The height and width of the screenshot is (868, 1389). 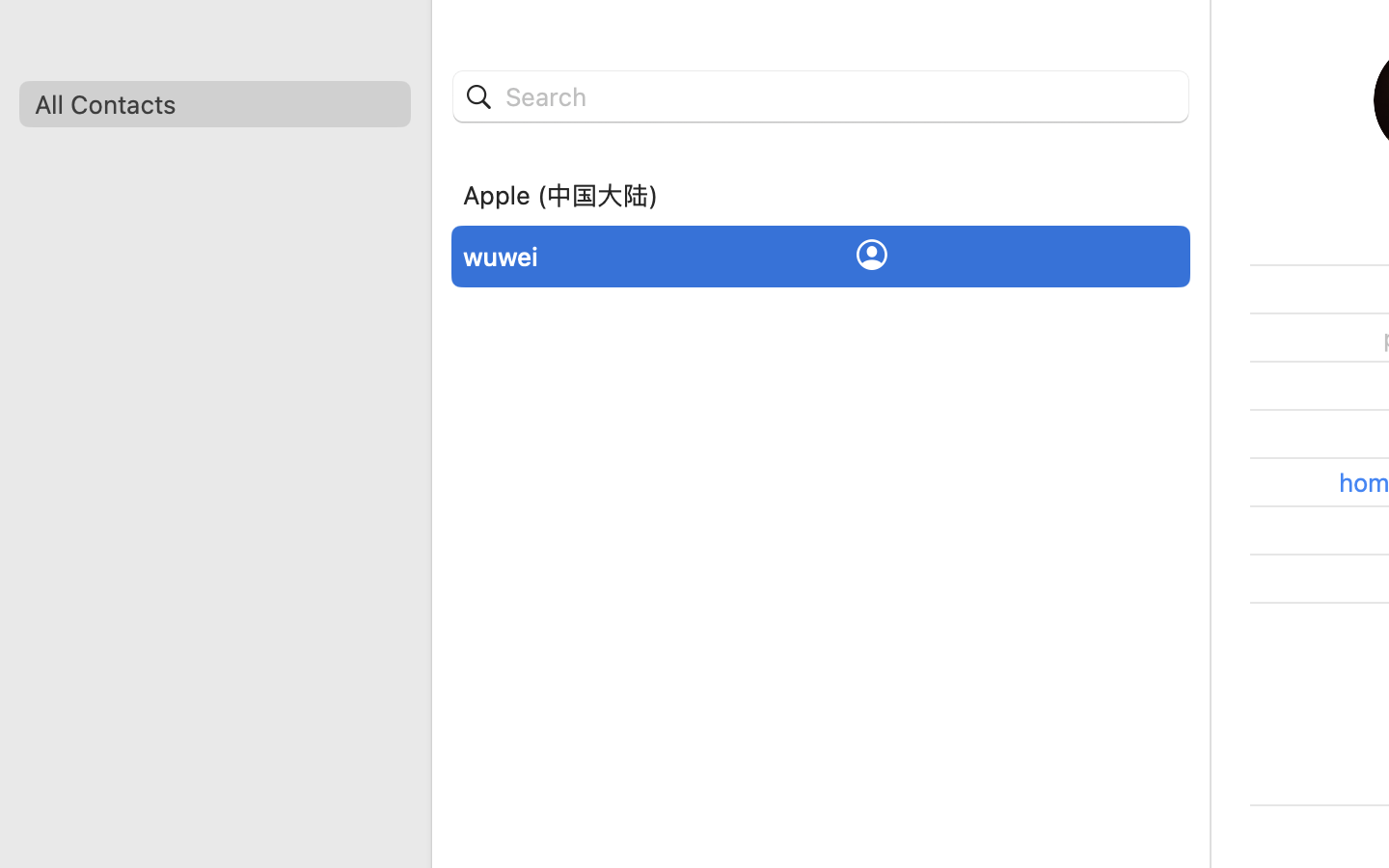 What do you see at coordinates (215, 103) in the screenshot?
I see `'All Contacts'` at bounding box center [215, 103].